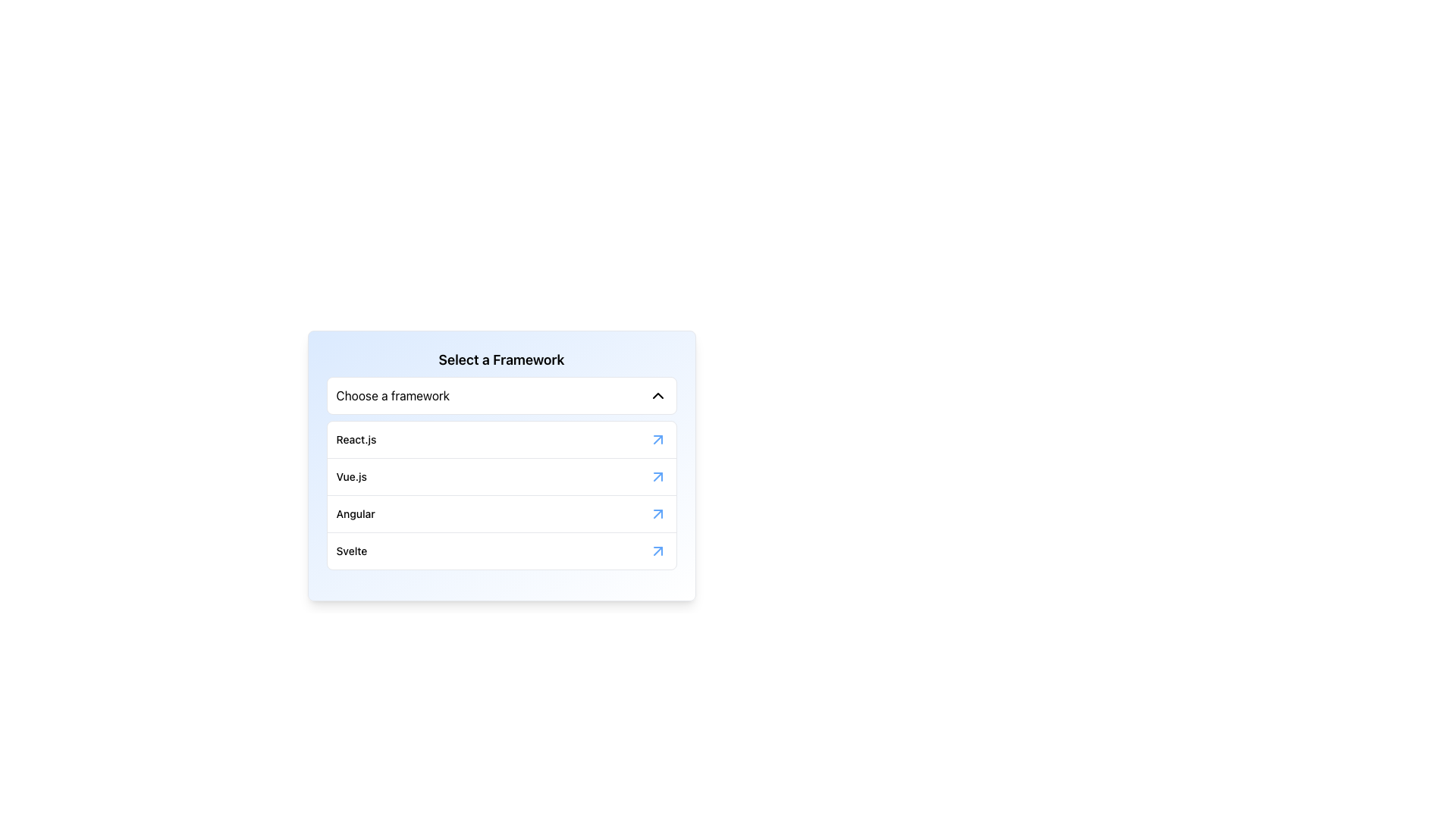 This screenshot has height=819, width=1456. Describe the element at coordinates (657, 551) in the screenshot. I see `the navigational icon located to the far right of the 'Svelte' row under the 'Select a Framework' title` at that location.